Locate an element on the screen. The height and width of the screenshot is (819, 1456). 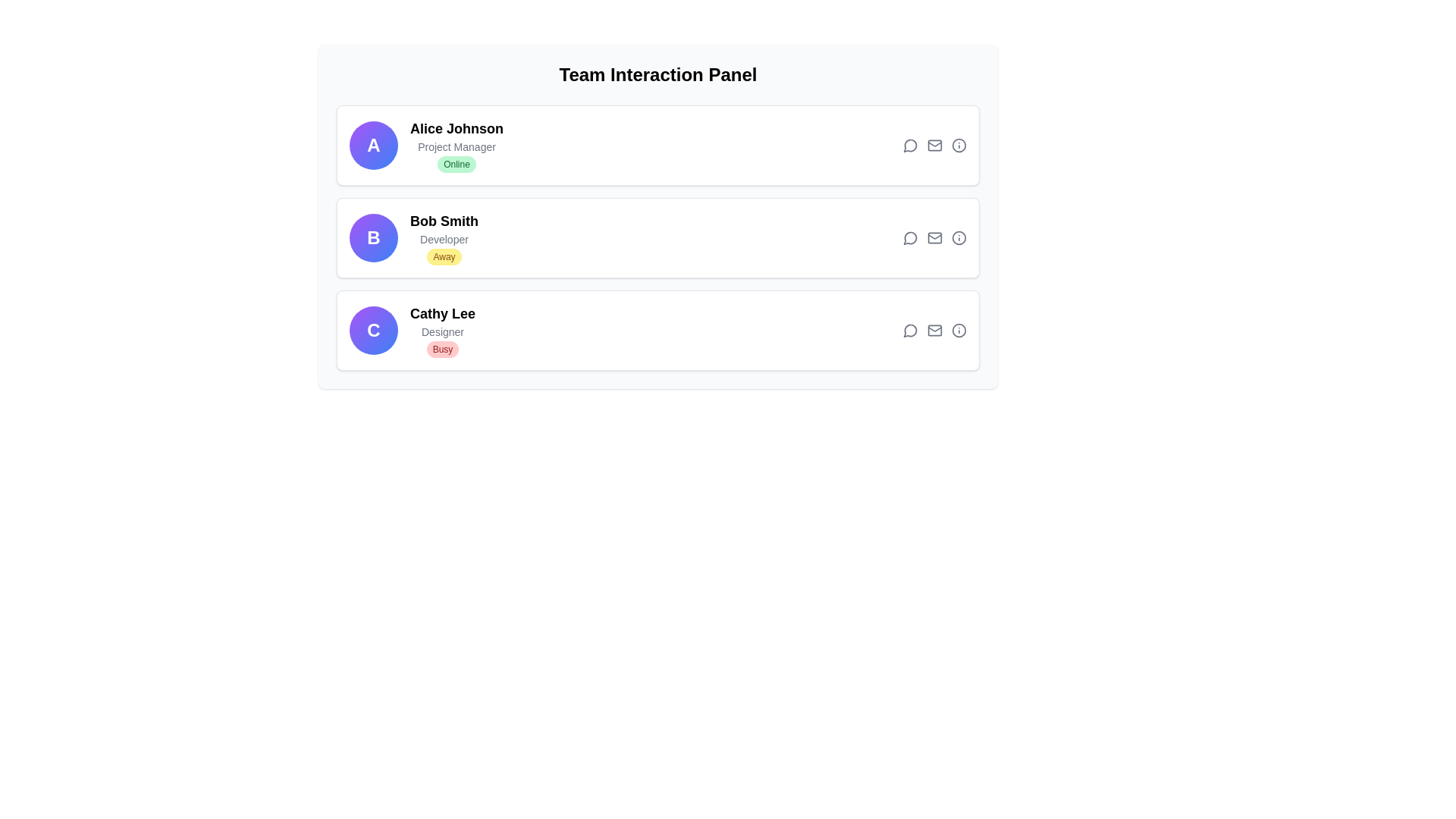
the Circular Badge, which is a prominent circular element displaying the letter 'C' in white, bold text, located in the third row of the card layout is located at coordinates (374, 329).